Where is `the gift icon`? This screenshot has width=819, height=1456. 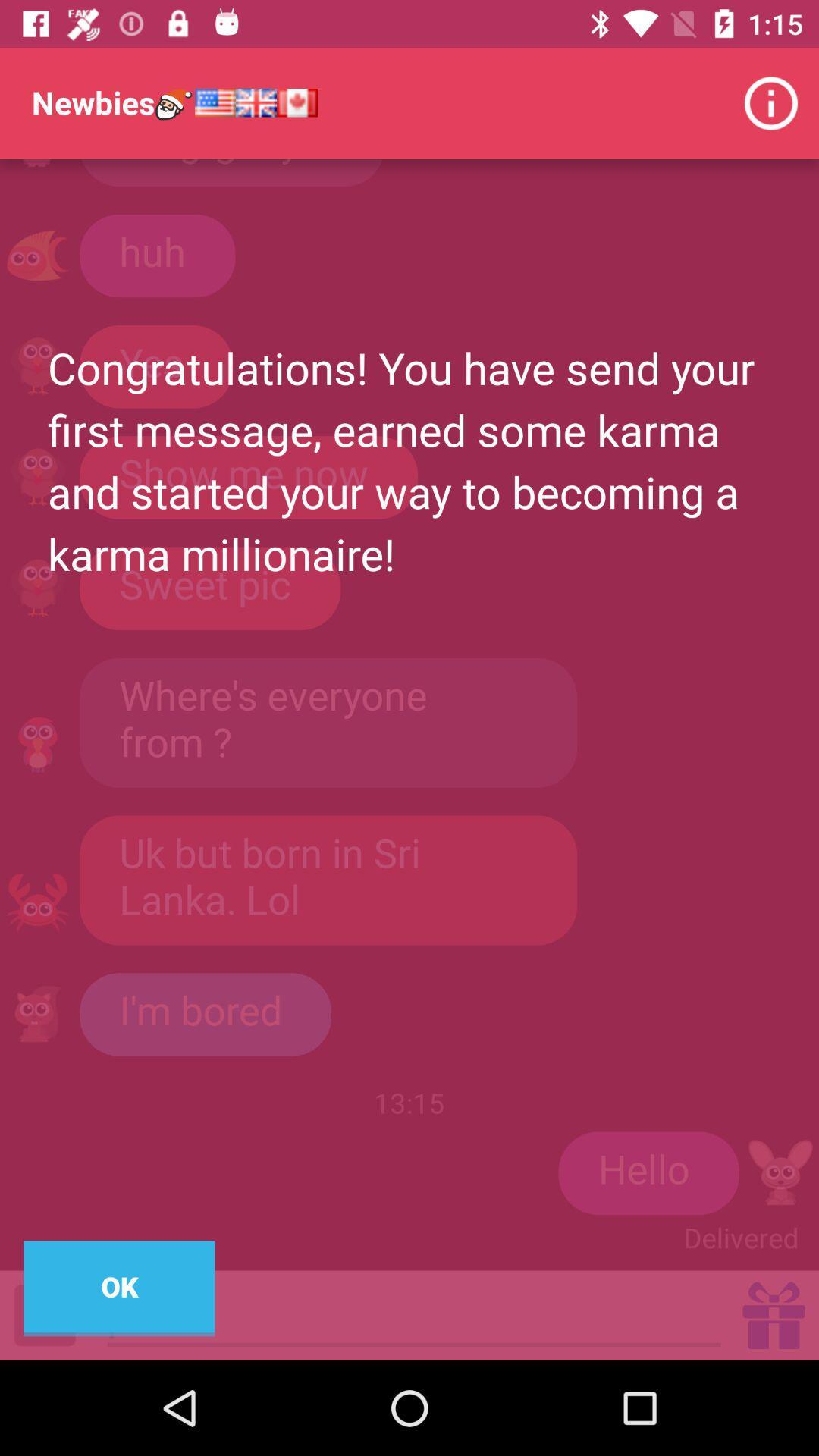 the gift icon is located at coordinates (773, 1314).